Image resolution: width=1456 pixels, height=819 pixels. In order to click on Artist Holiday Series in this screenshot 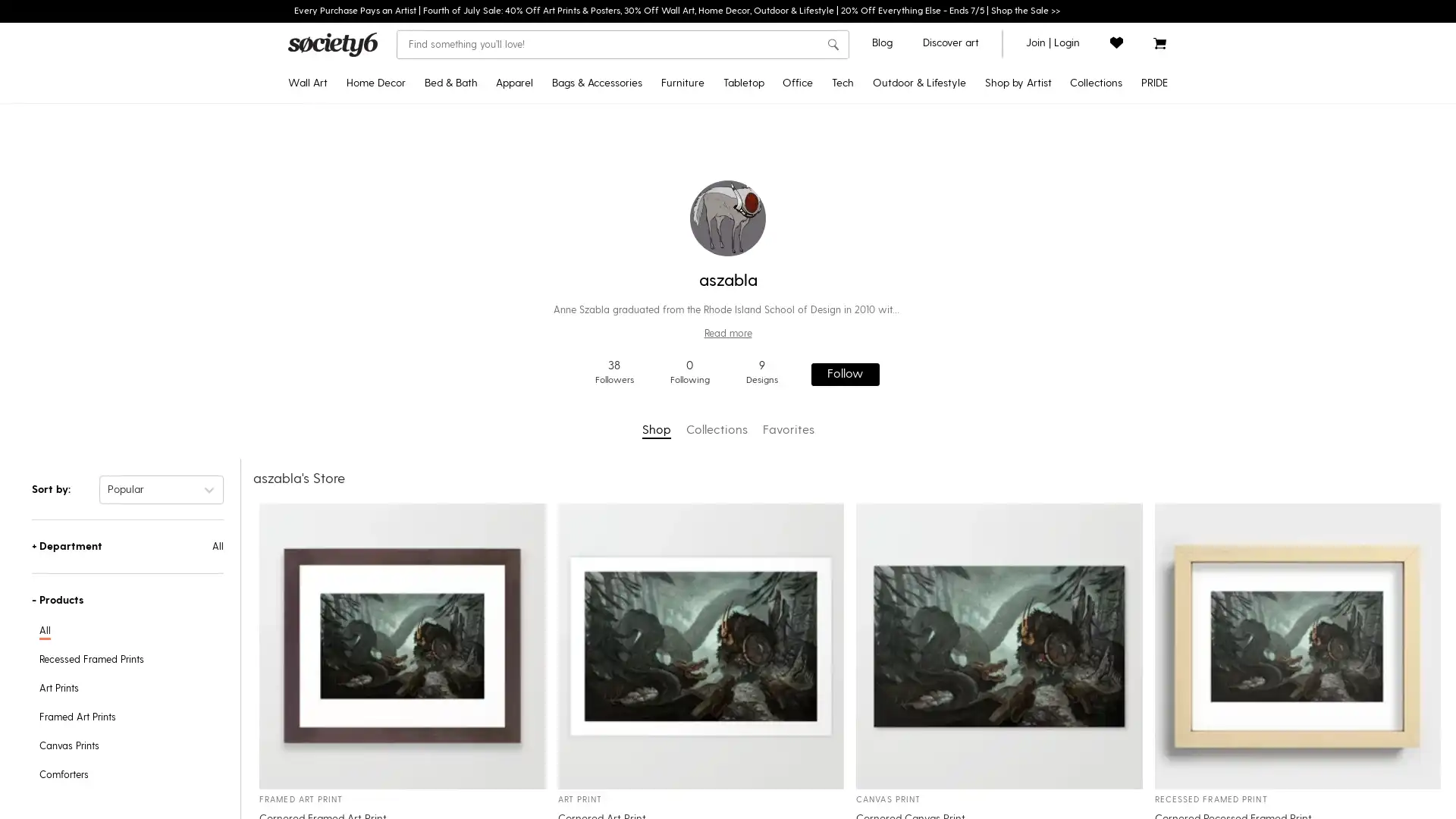, I will do `click(977, 315)`.